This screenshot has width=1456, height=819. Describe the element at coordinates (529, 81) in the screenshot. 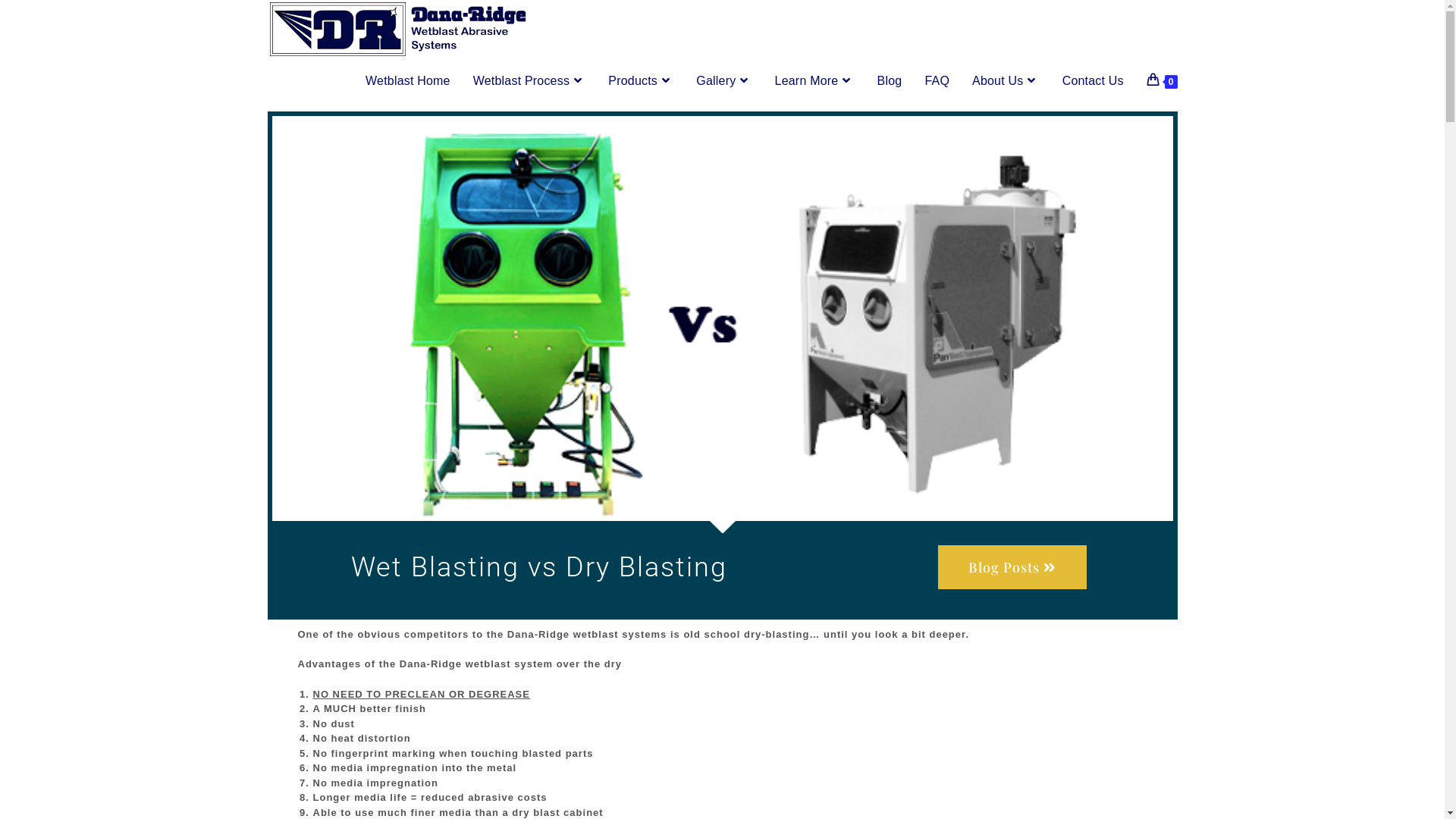

I see `'Wetblast Process'` at that location.